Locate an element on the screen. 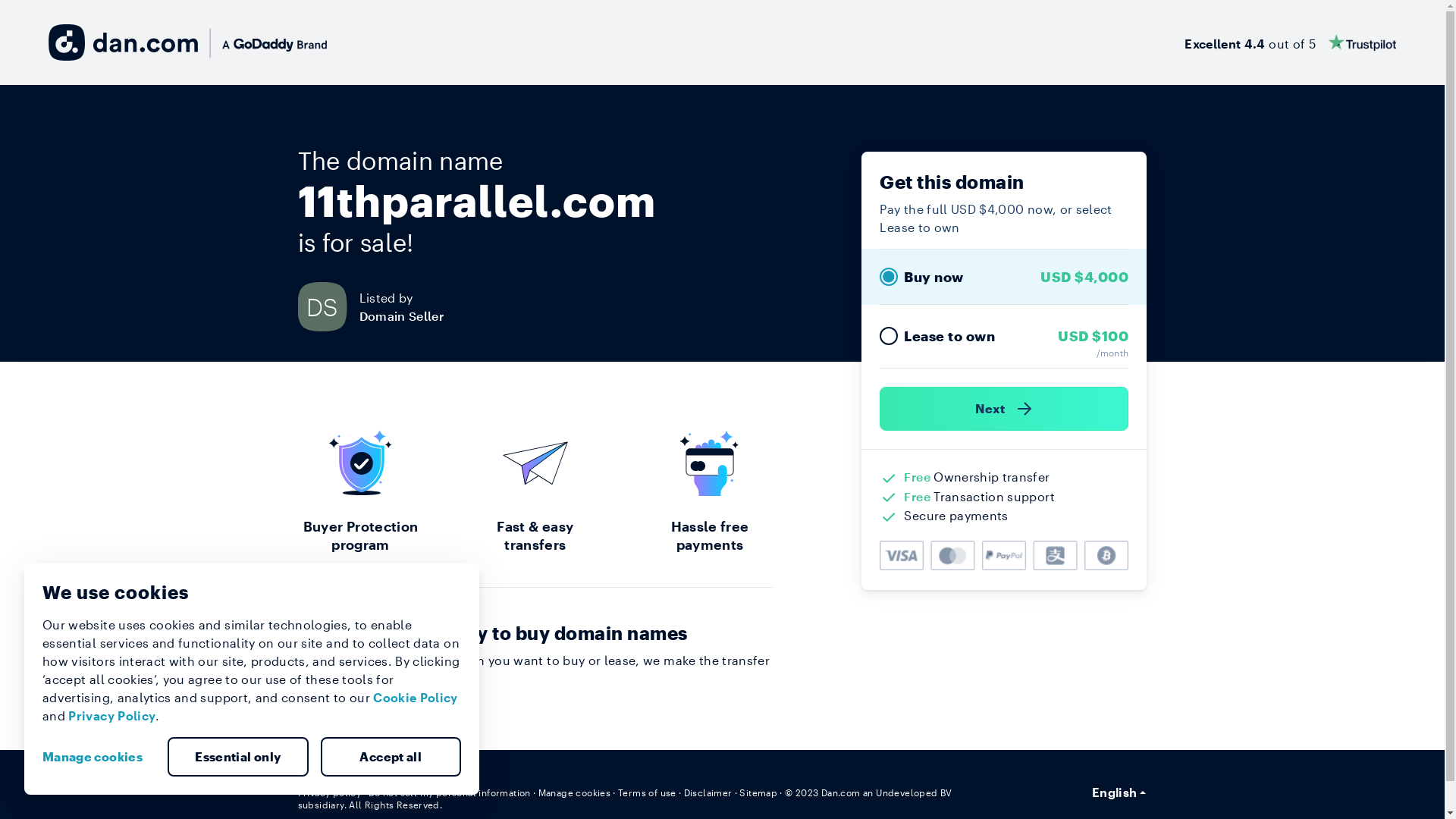 Image resolution: width=1456 pixels, height=819 pixels. 'Next is located at coordinates (1004, 408).